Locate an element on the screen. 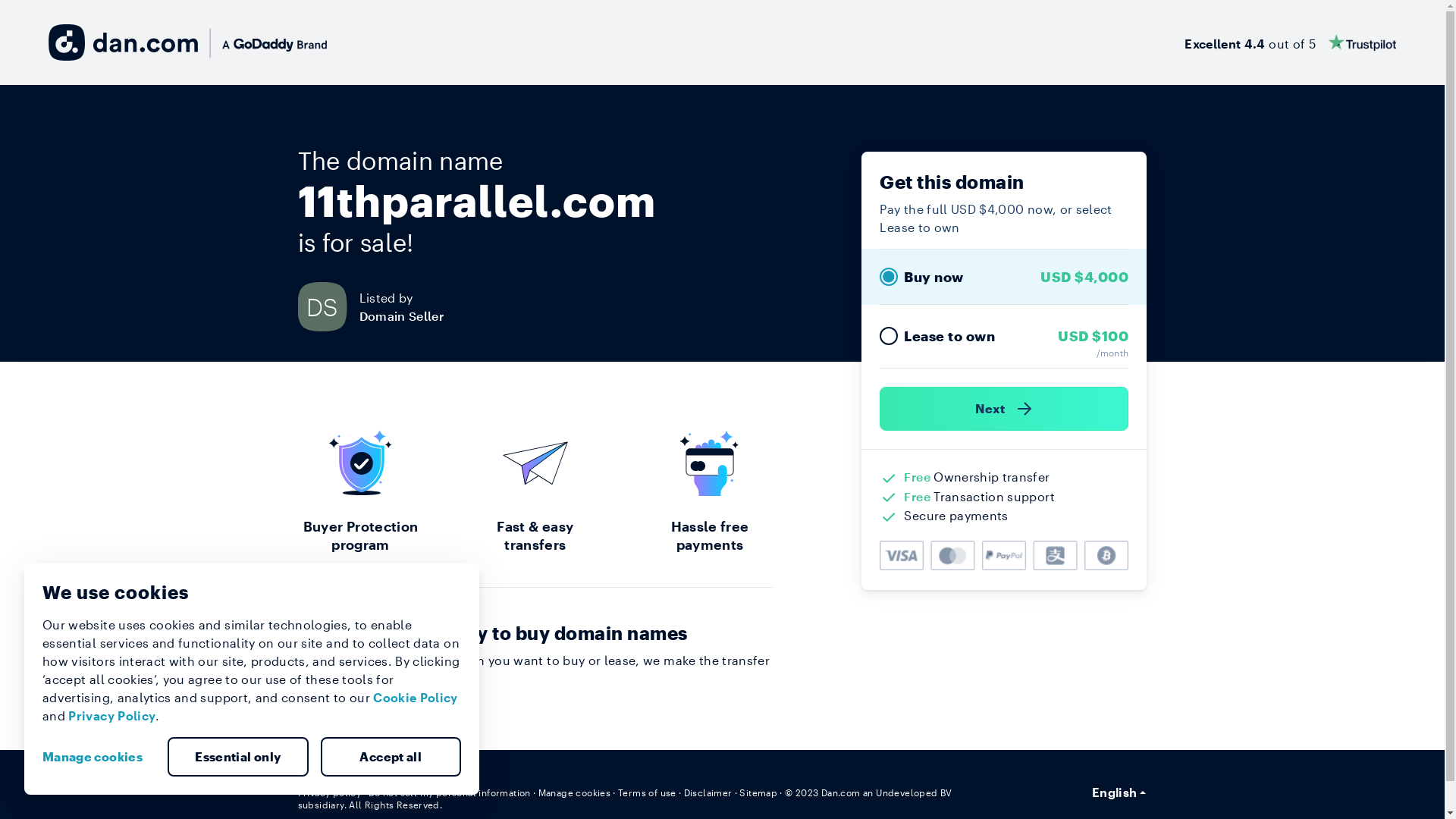 Image resolution: width=1456 pixels, height=819 pixels. 'Next is located at coordinates (1004, 408).